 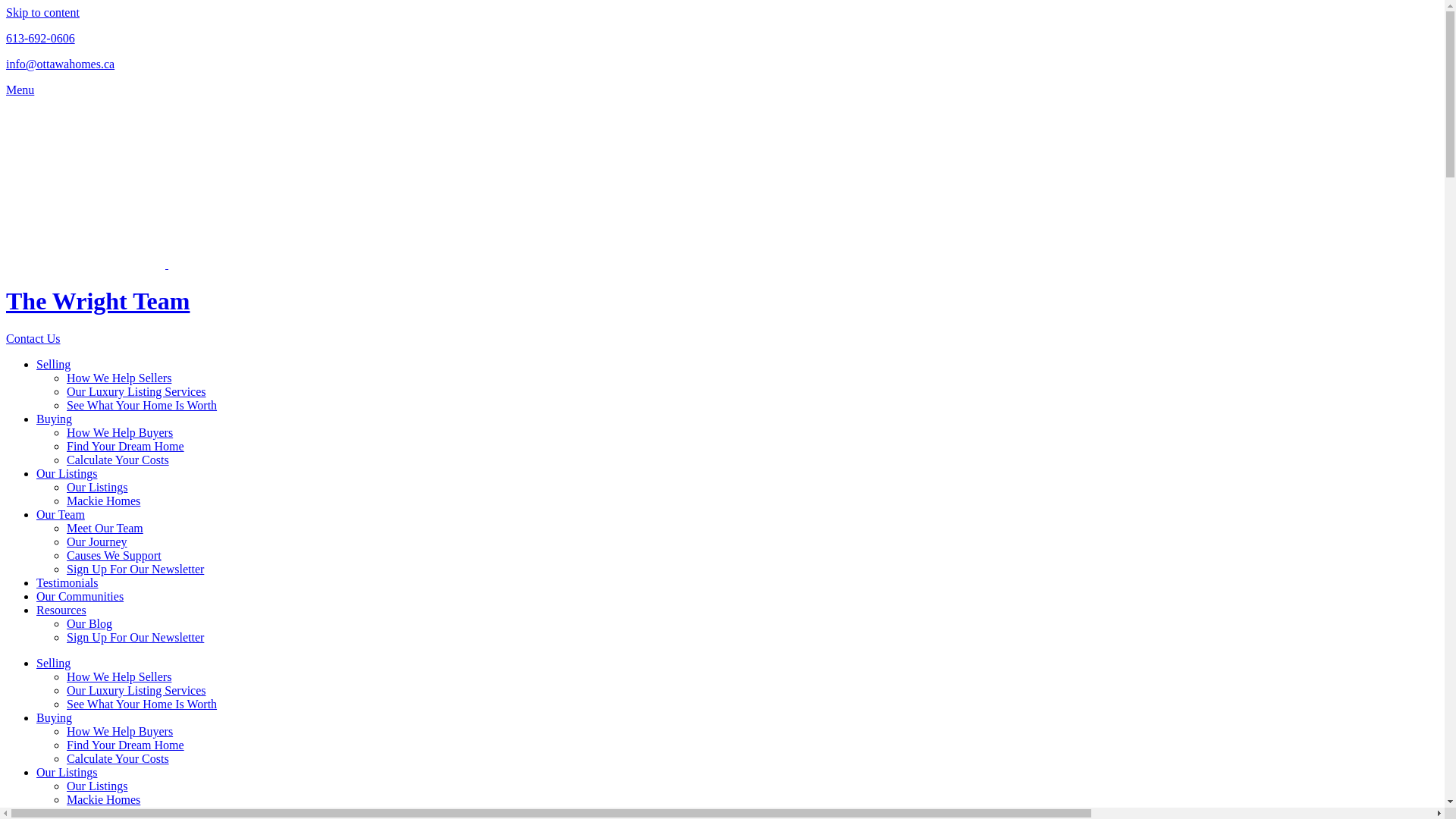 I want to click on 'Buying', so click(x=54, y=419).